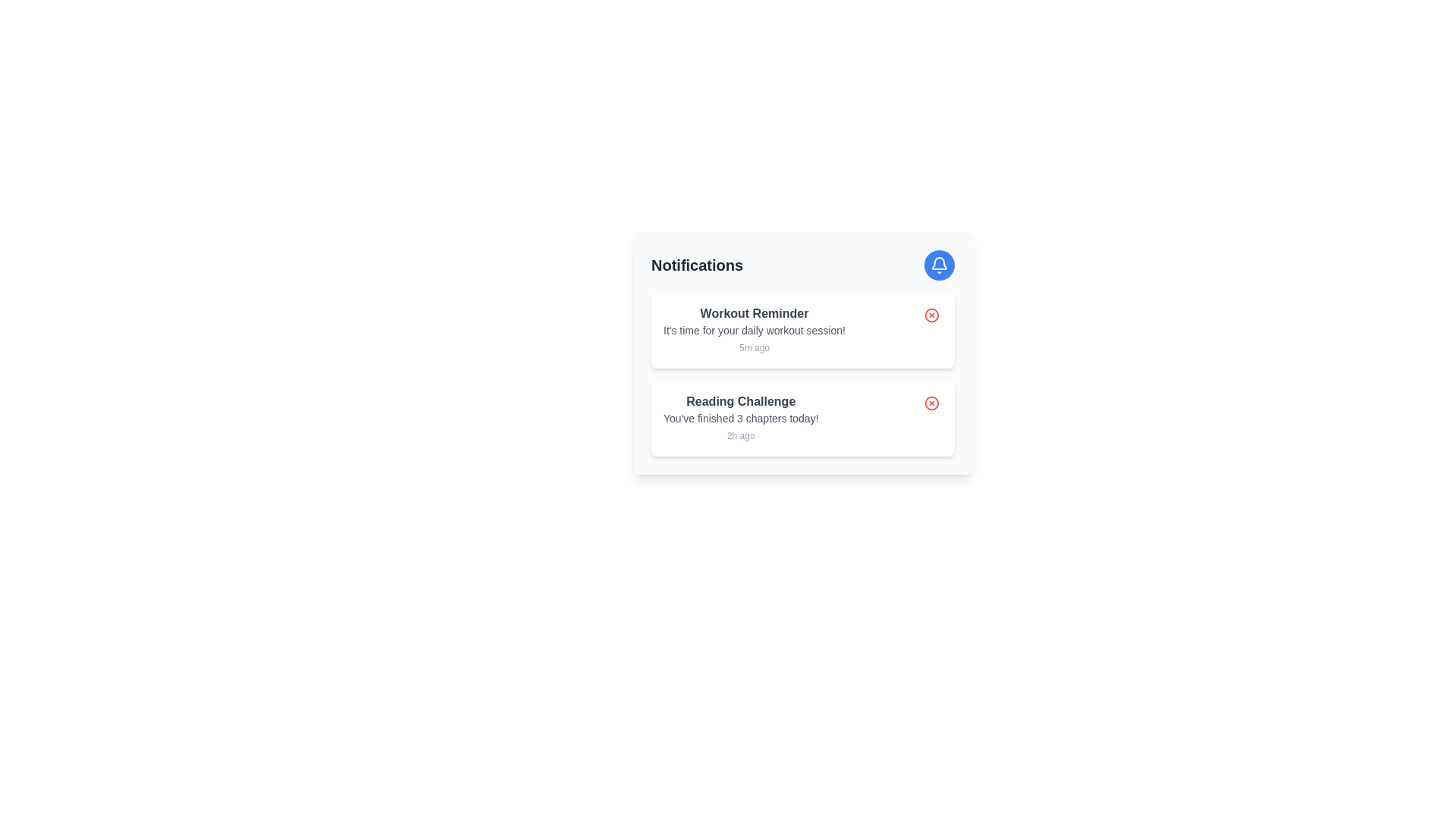  I want to click on timestamp displayed in the bottom-right corner of the 'Reading Challenge' notification card, which indicates the time elapsed since the completion of the associated activity, so click(741, 435).